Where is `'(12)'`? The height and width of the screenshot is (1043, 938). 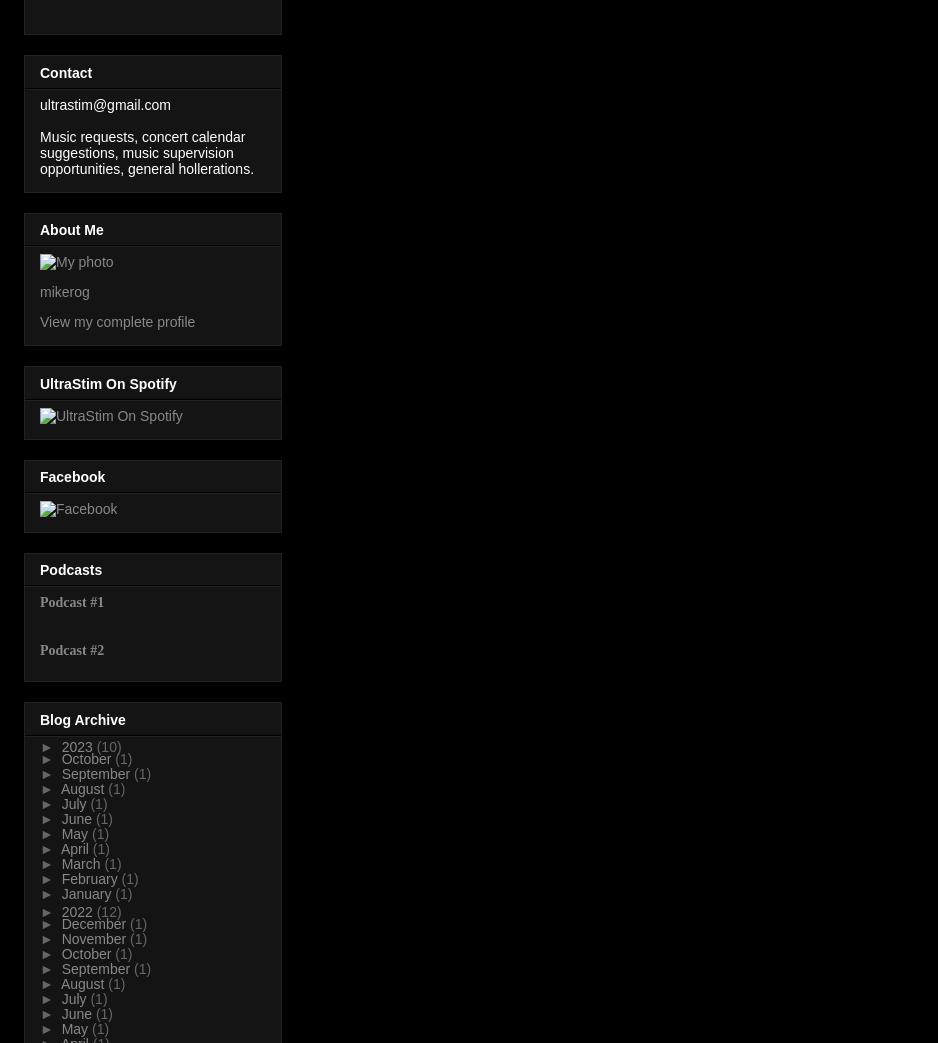 '(12)' is located at coordinates (95, 910).